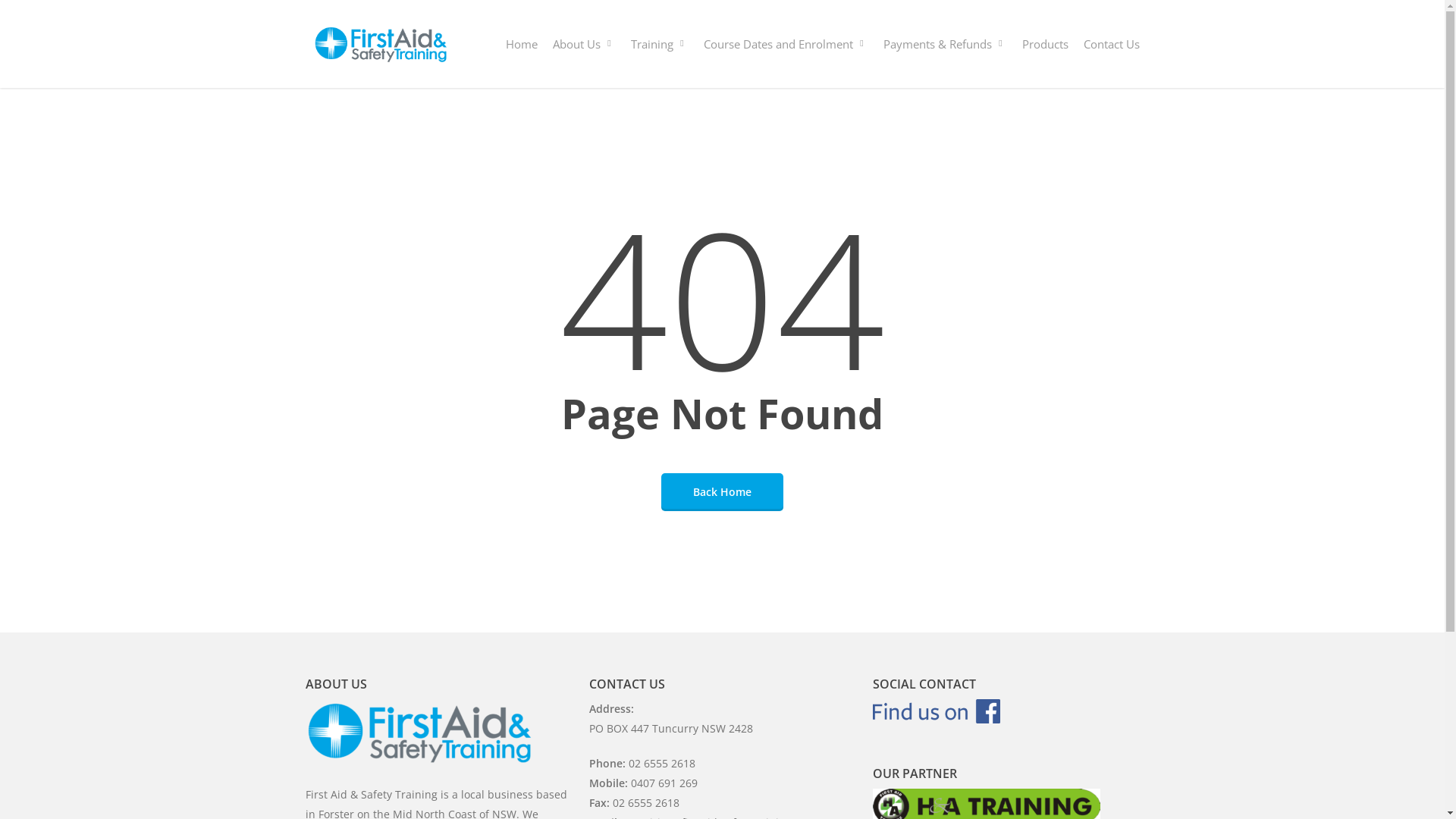 The image size is (1456, 819). What do you see at coordinates (943, 42) in the screenshot?
I see `'Payments & Refunds'` at bounding box center [943, 42].